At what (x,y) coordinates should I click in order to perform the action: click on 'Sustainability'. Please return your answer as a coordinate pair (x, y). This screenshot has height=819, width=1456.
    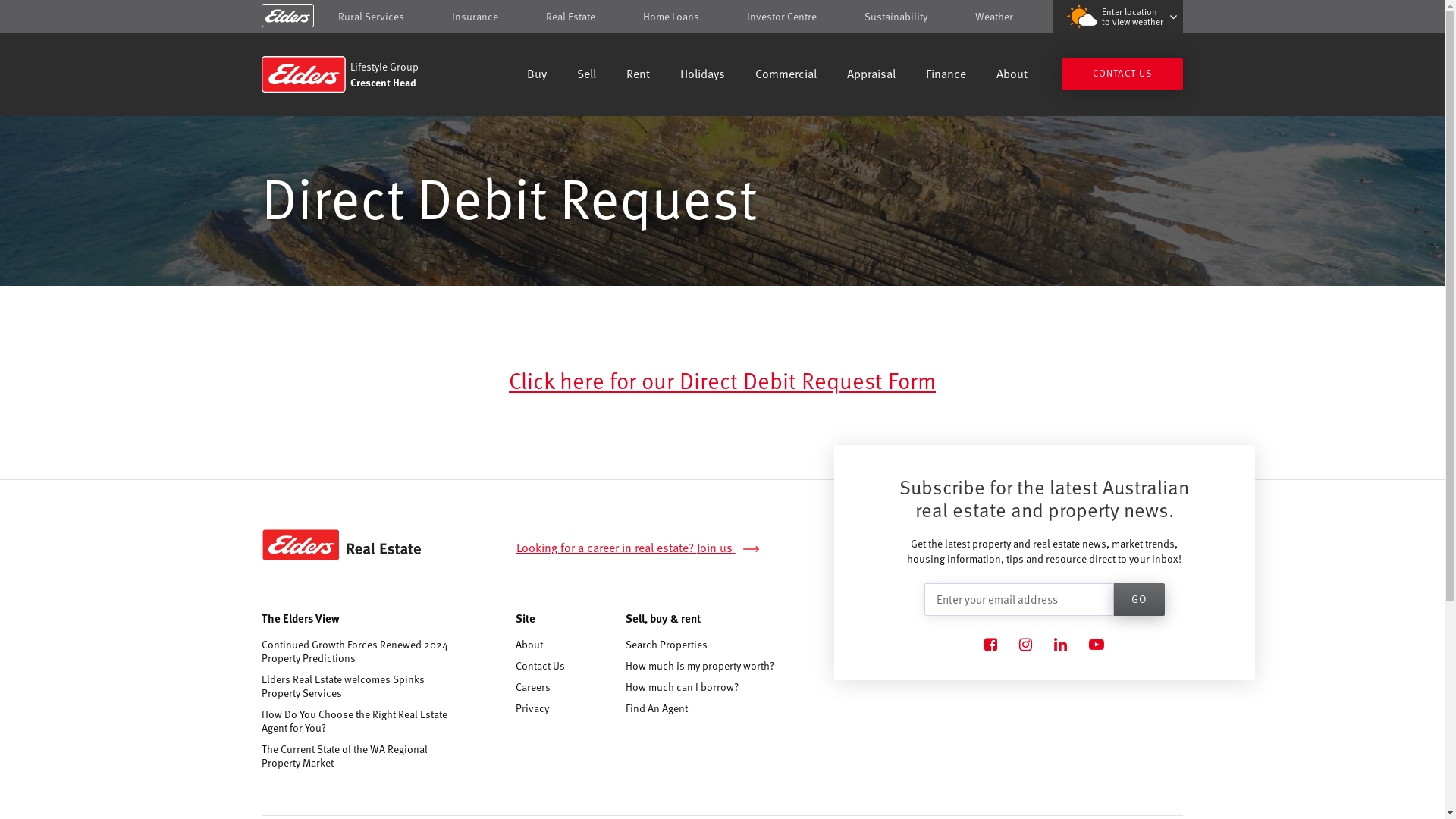
    Looking at the image, I should click on (896, 16).